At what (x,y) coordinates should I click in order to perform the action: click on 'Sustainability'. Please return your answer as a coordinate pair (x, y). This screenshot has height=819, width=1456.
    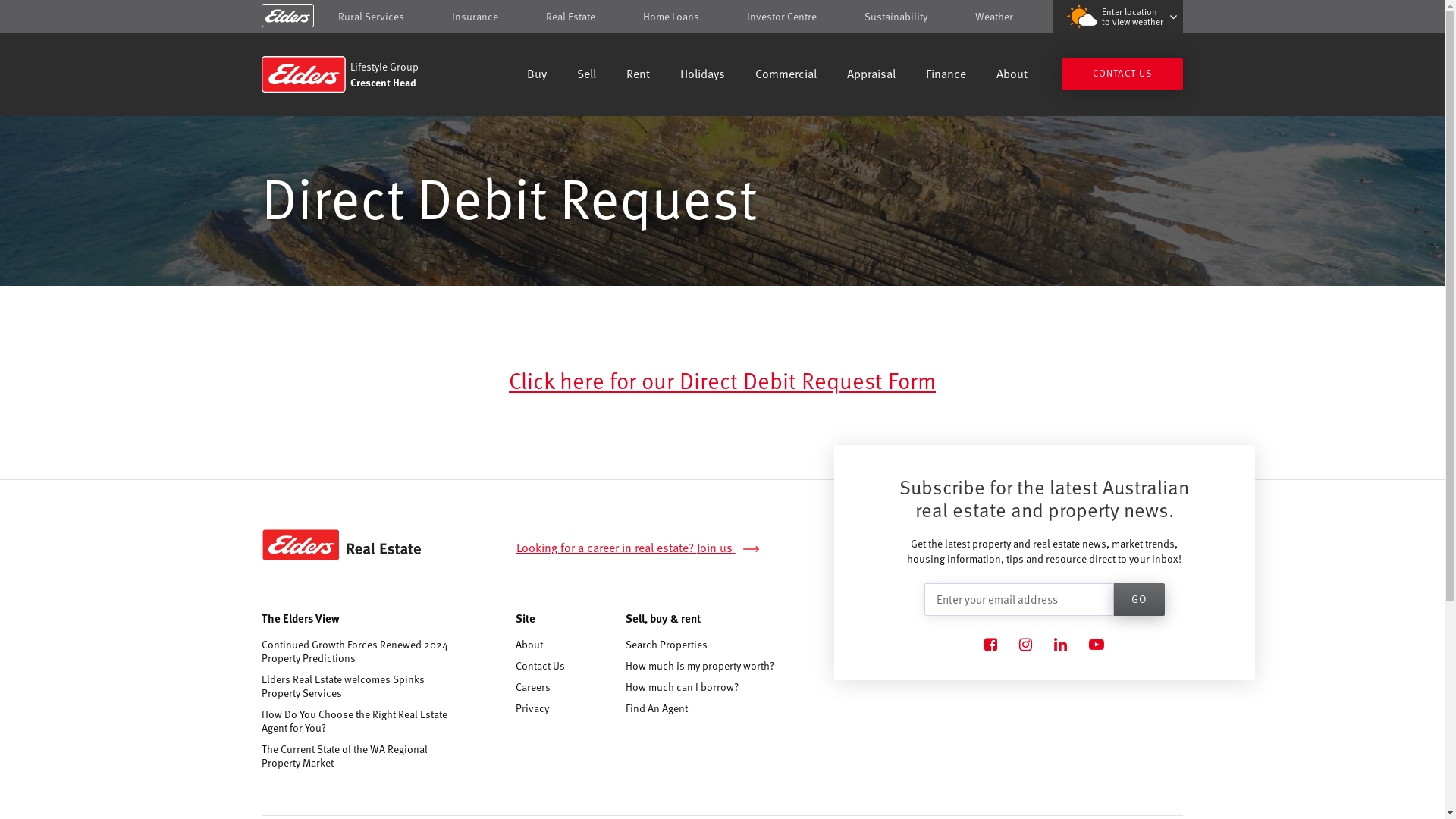
    Looking at the image, I should click on (896, 16).